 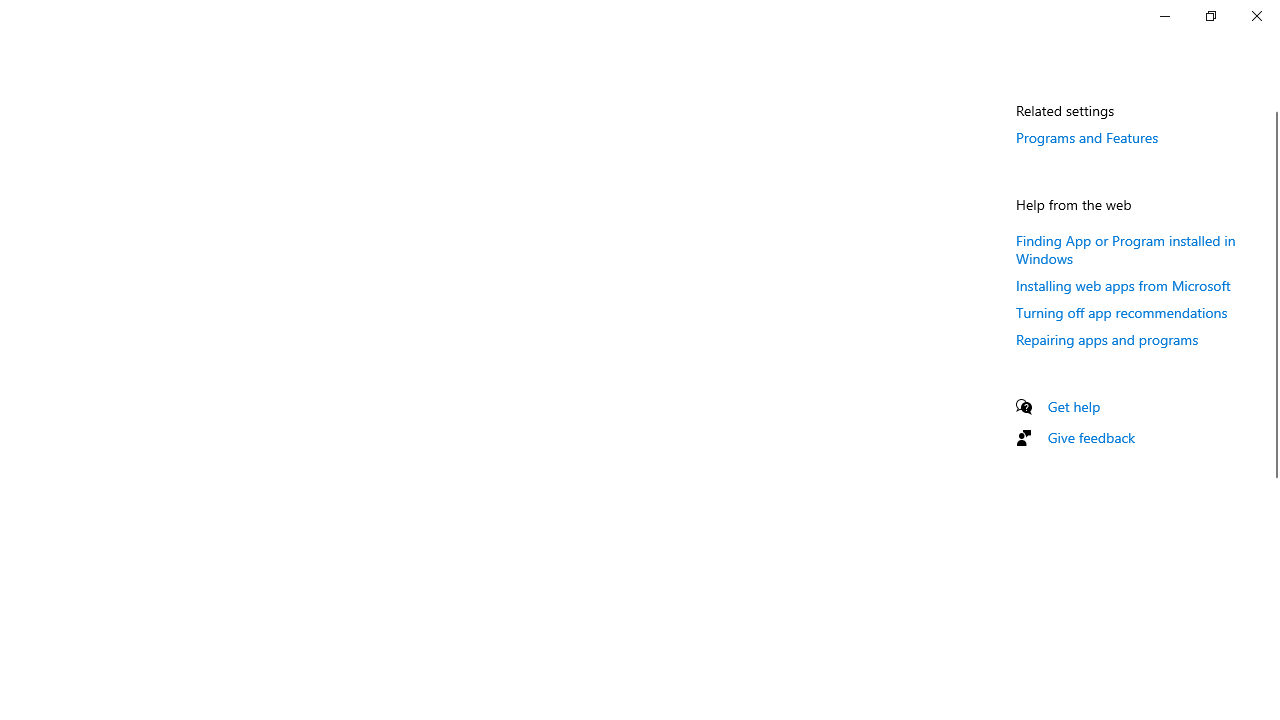 I want to click on 'Vertical Small Decrease', so click(x=1271, y=104).